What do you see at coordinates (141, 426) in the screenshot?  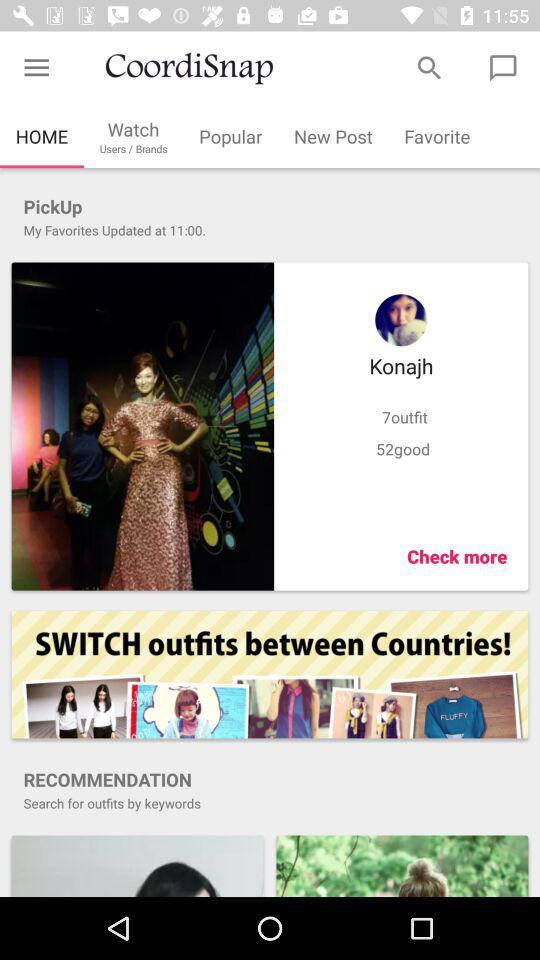 I see `larger image` at bounding box center [141, 426].